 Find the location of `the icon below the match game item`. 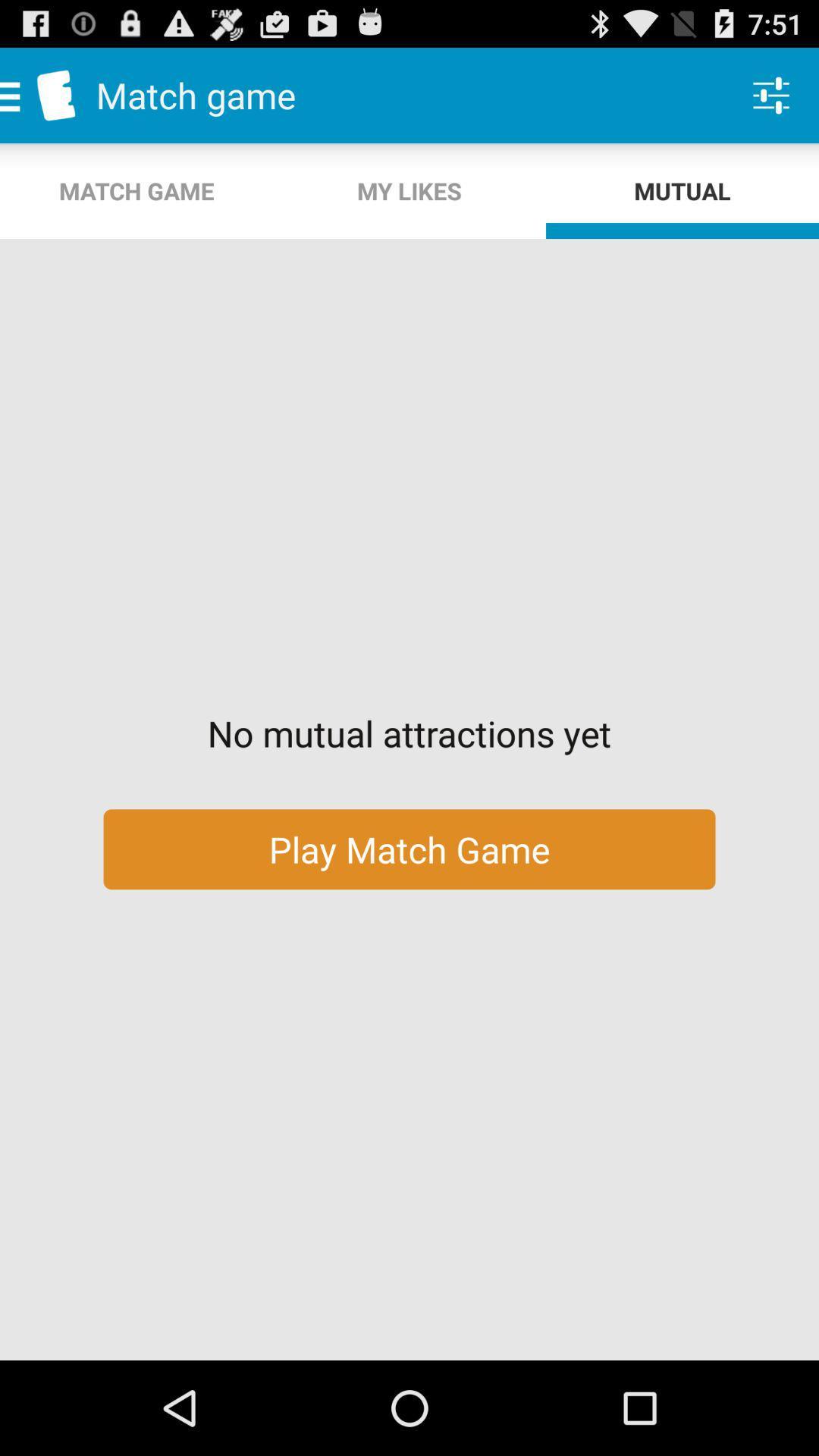

the icon below the match game item is located at coordinates (409, 190).